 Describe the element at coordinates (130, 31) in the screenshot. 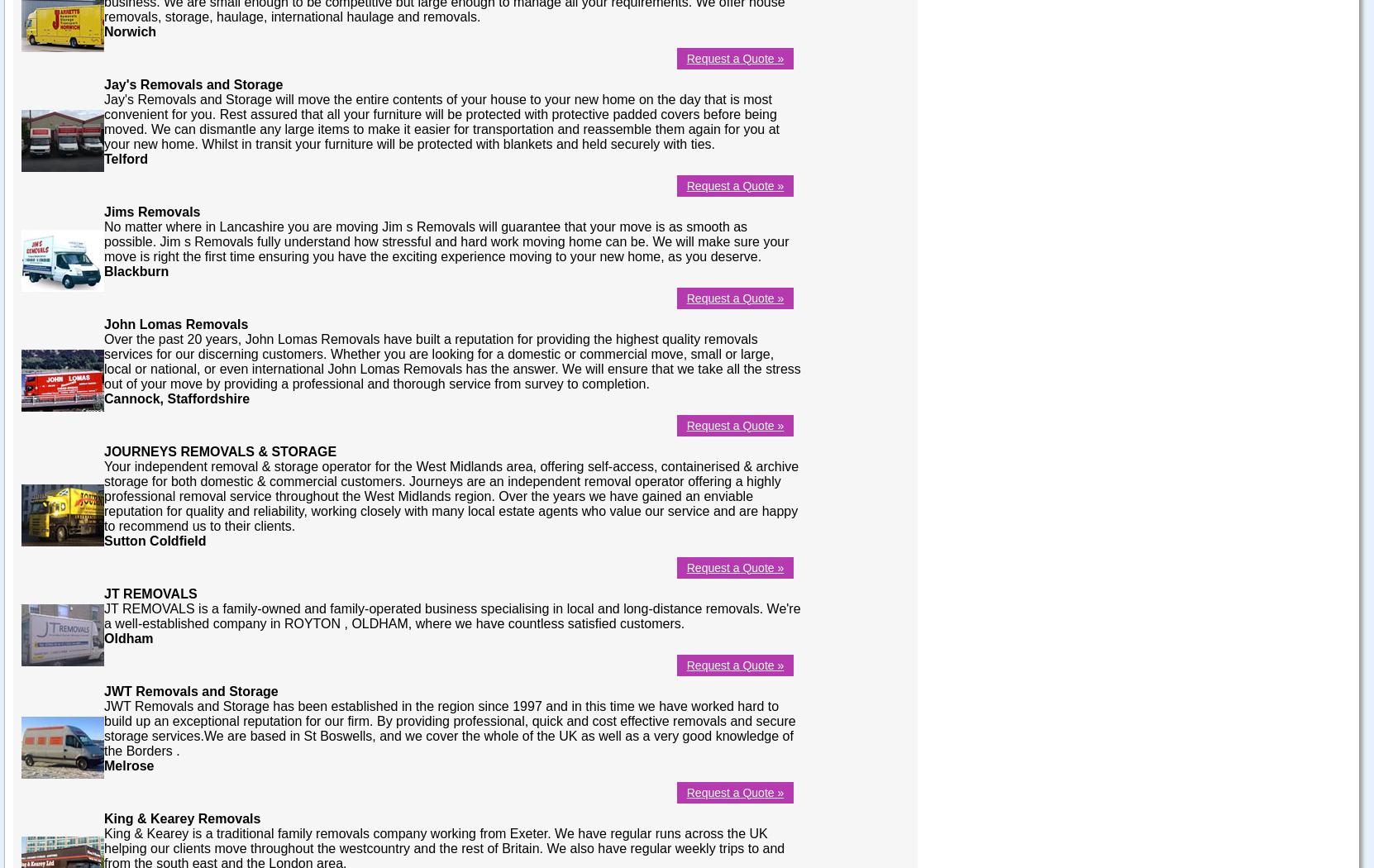

I see `'Norwich'` at that location.